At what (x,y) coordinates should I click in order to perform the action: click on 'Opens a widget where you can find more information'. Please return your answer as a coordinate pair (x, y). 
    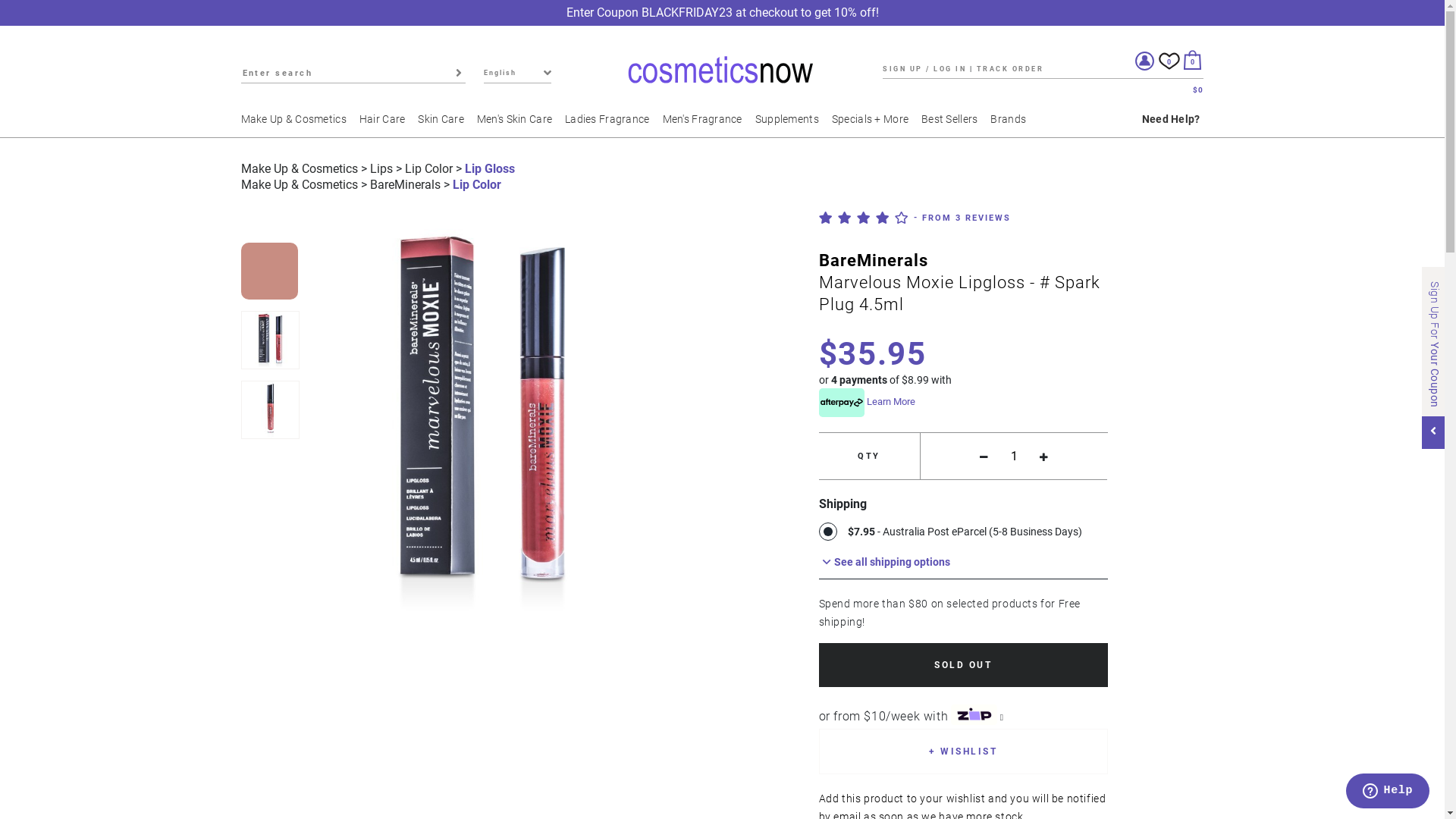
    Looking at the image, I should click on (1387, 792).